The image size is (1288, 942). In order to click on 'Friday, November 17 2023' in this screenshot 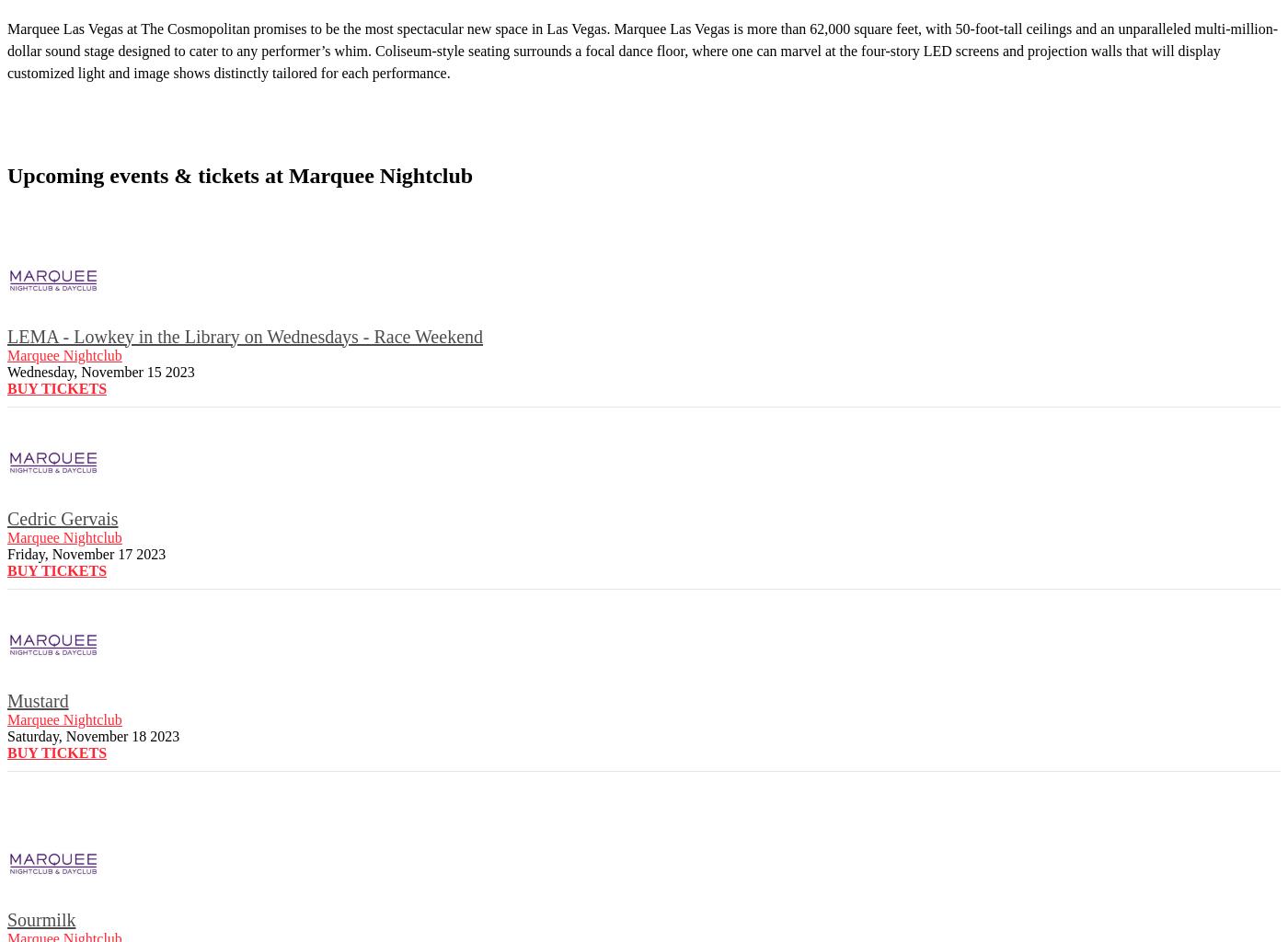, I will do `click(86, 553)`.